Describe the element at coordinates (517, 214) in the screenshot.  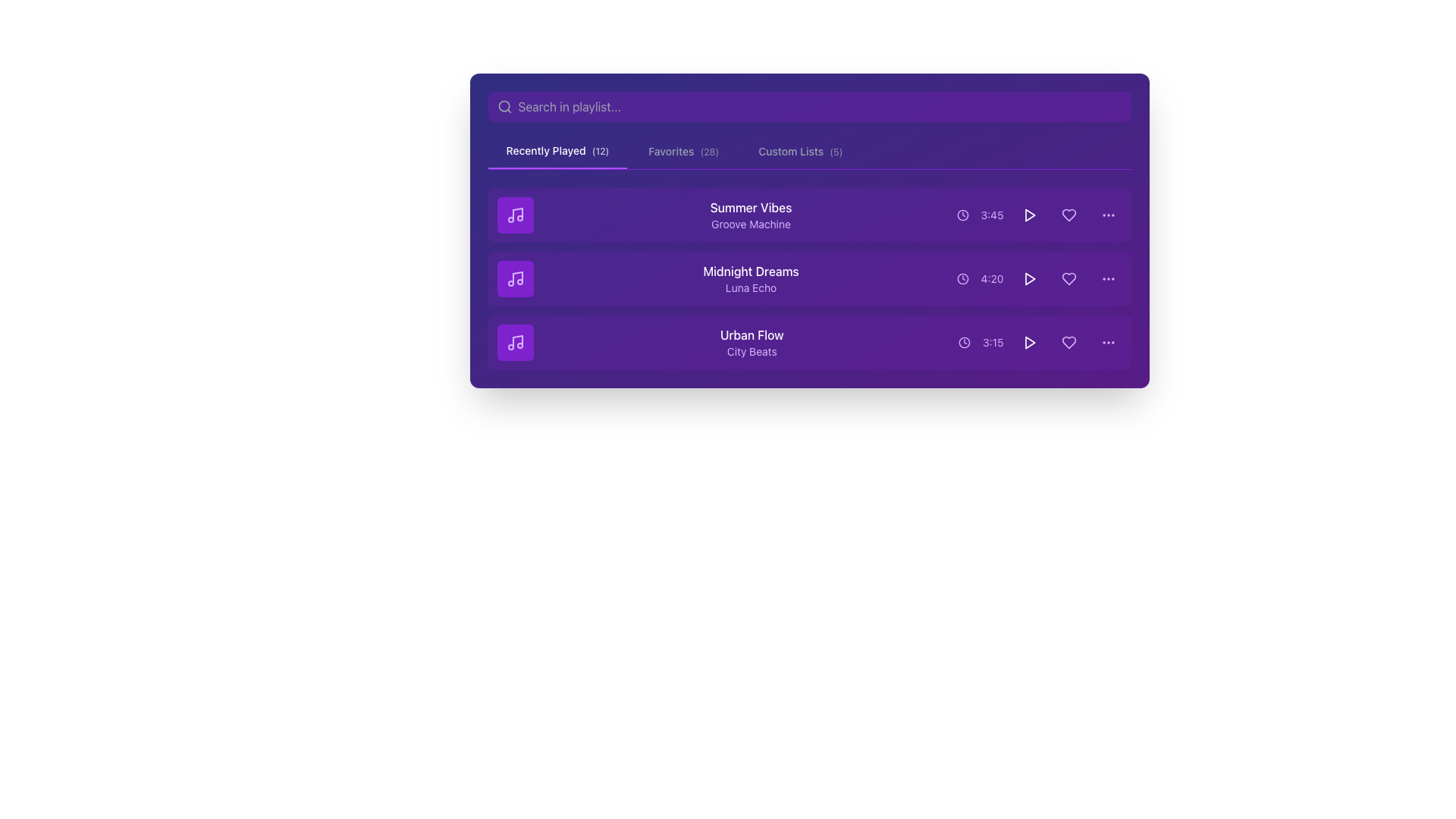
I see `the stylized music note icon located in the first item of the vertical list under the 'Recently Played' tab` at that location.